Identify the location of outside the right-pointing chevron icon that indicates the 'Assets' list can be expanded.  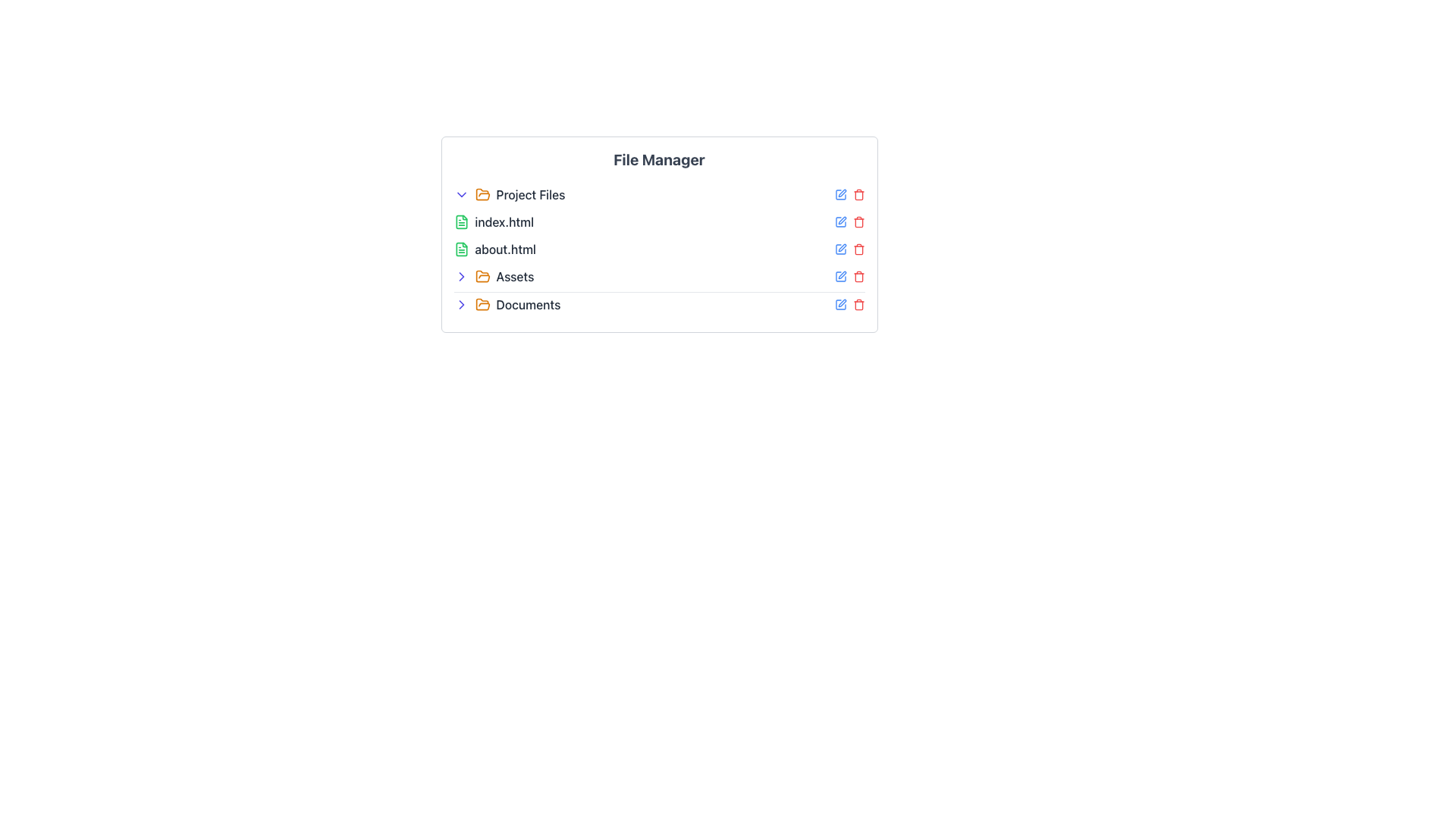
(460, 304).